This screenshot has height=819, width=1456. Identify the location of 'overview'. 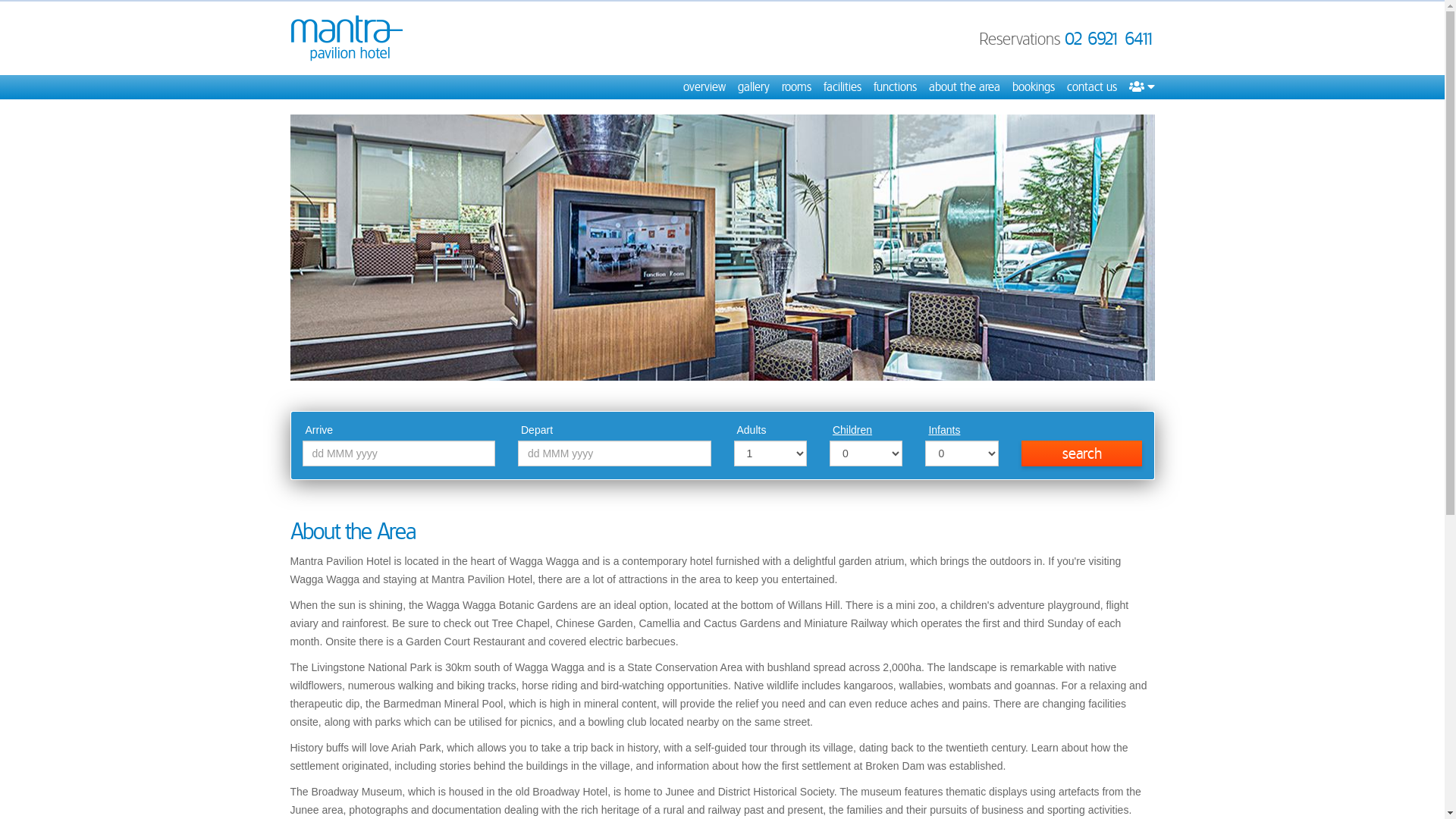
(702, 87).